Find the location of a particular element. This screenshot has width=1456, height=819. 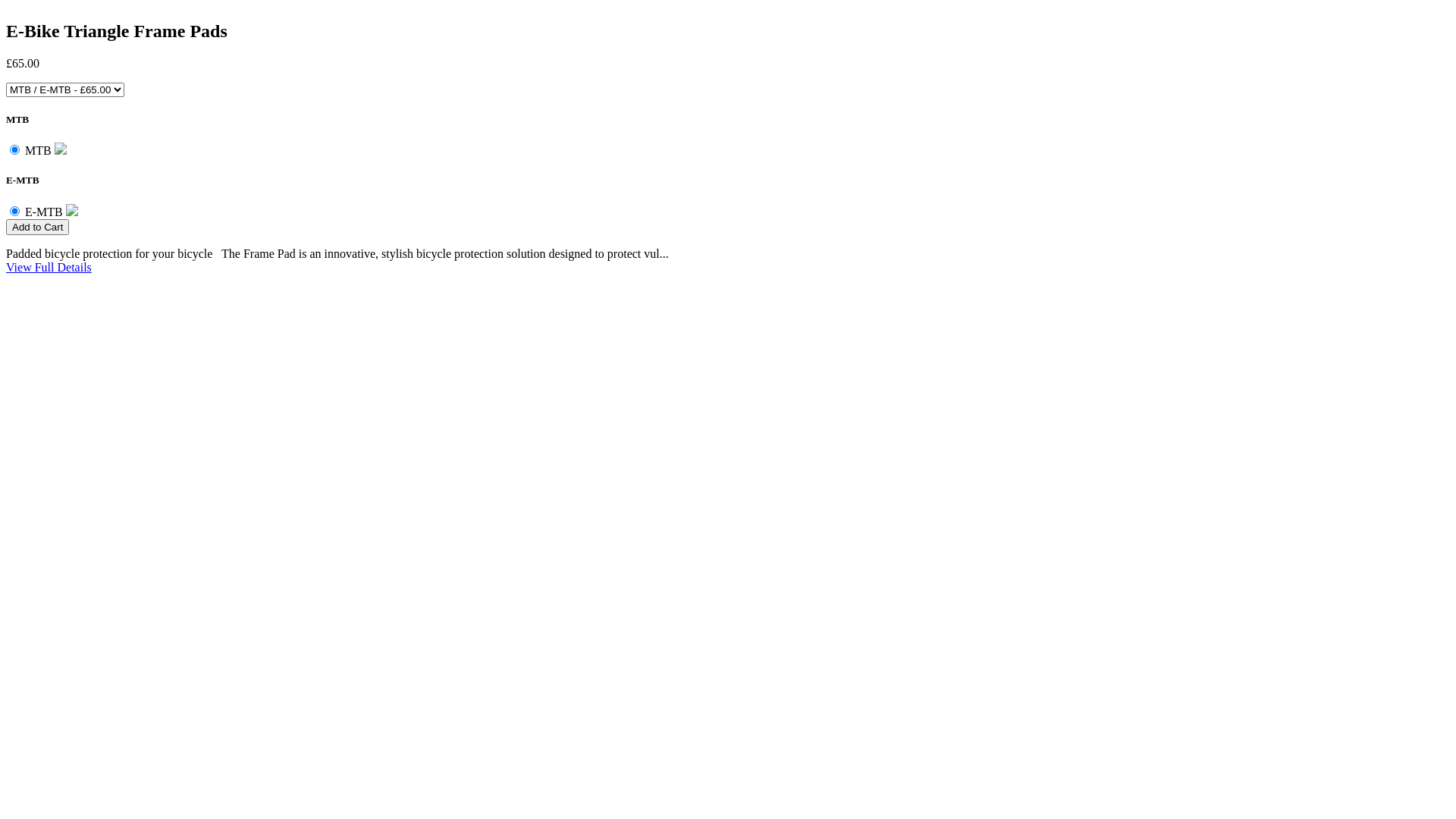

'View Full Details' is located at coordinates (49, 266).